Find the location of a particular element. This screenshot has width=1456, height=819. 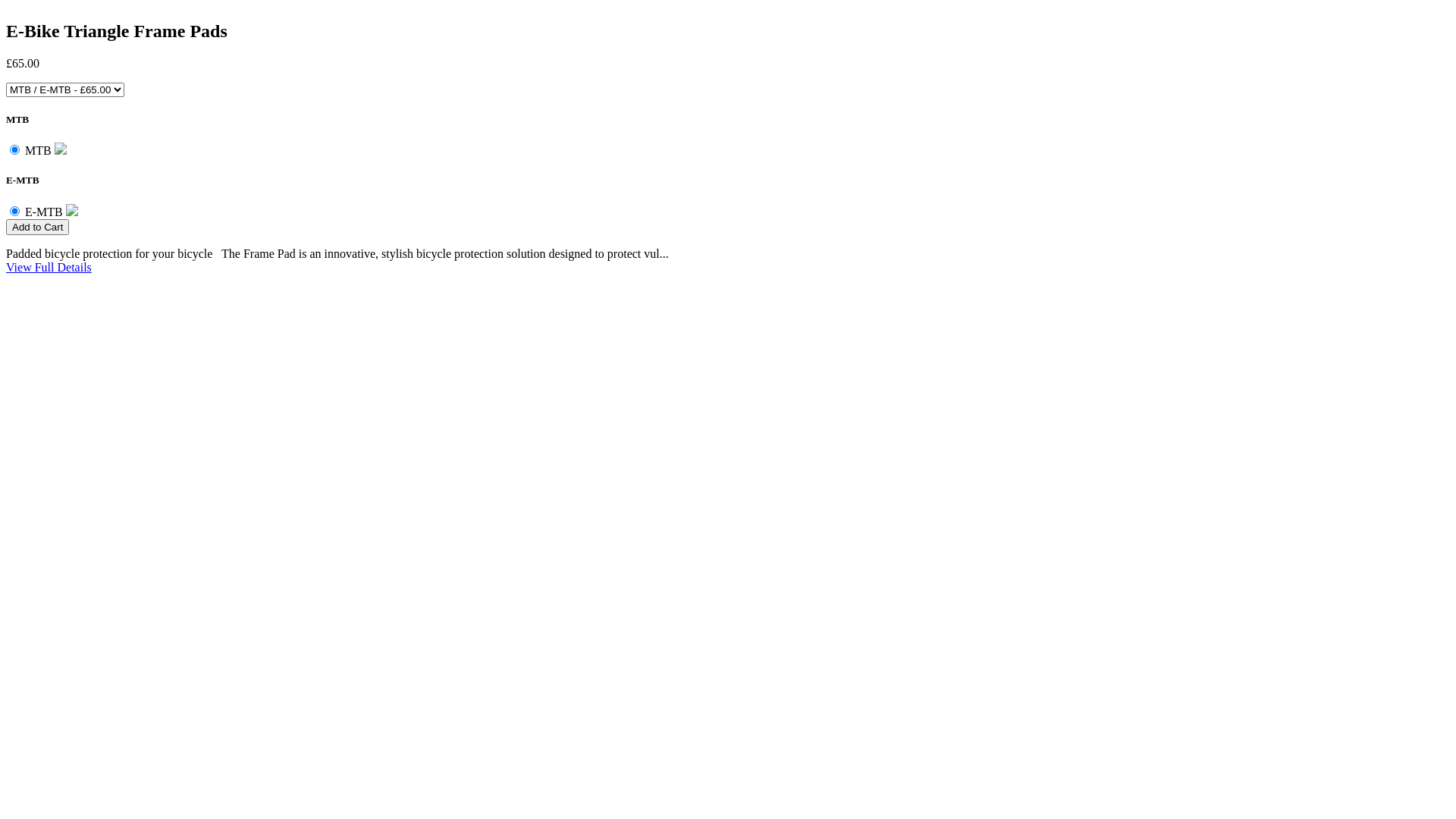

'View Full Details' is located at coordinates (49, 266).